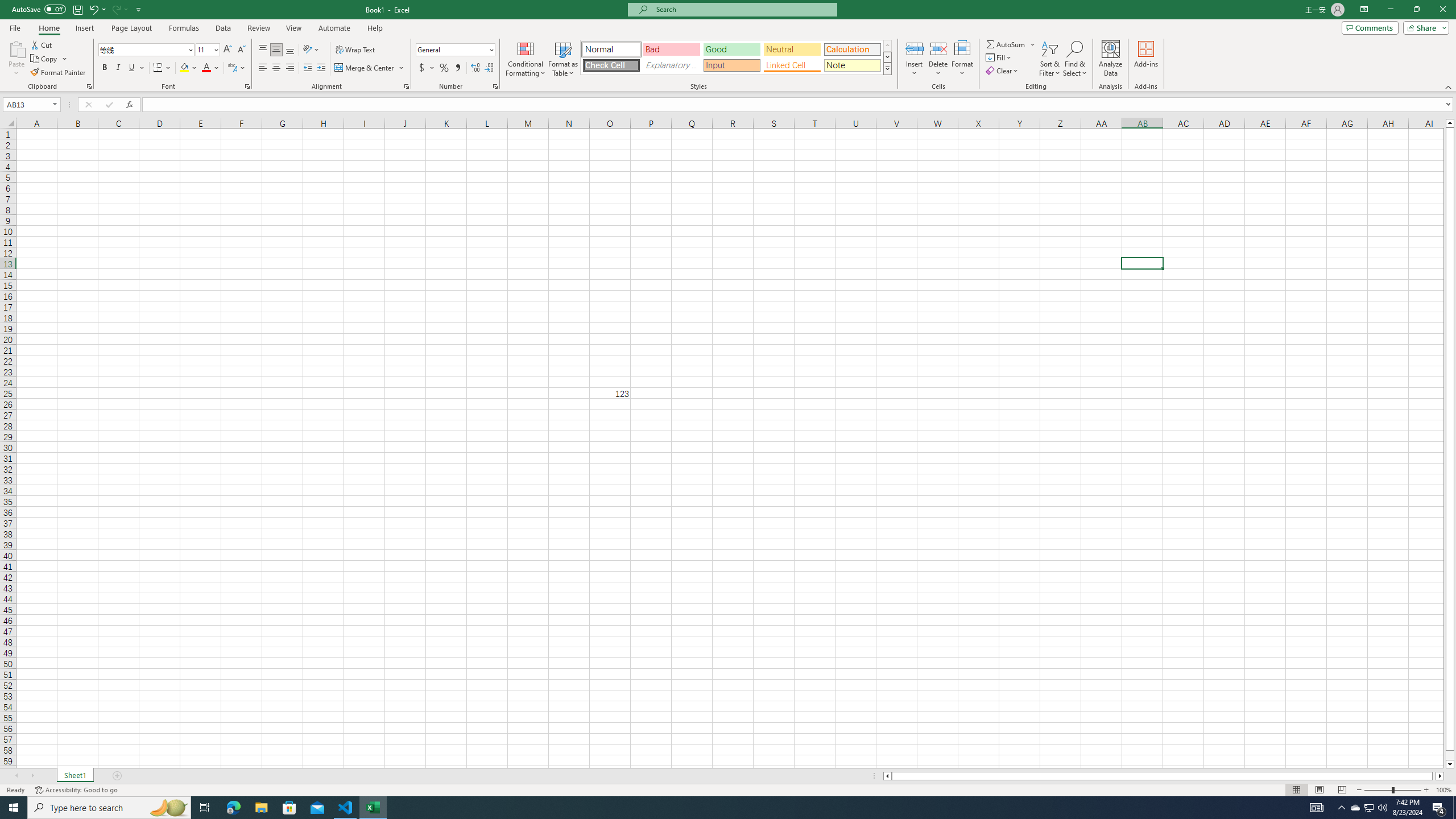 The width and height of the screenshot is (1456, 819). What do you see at coordinates (1433, 775) in the screenshot?
I see `'Page right'` at bounding box center [1433, 775].